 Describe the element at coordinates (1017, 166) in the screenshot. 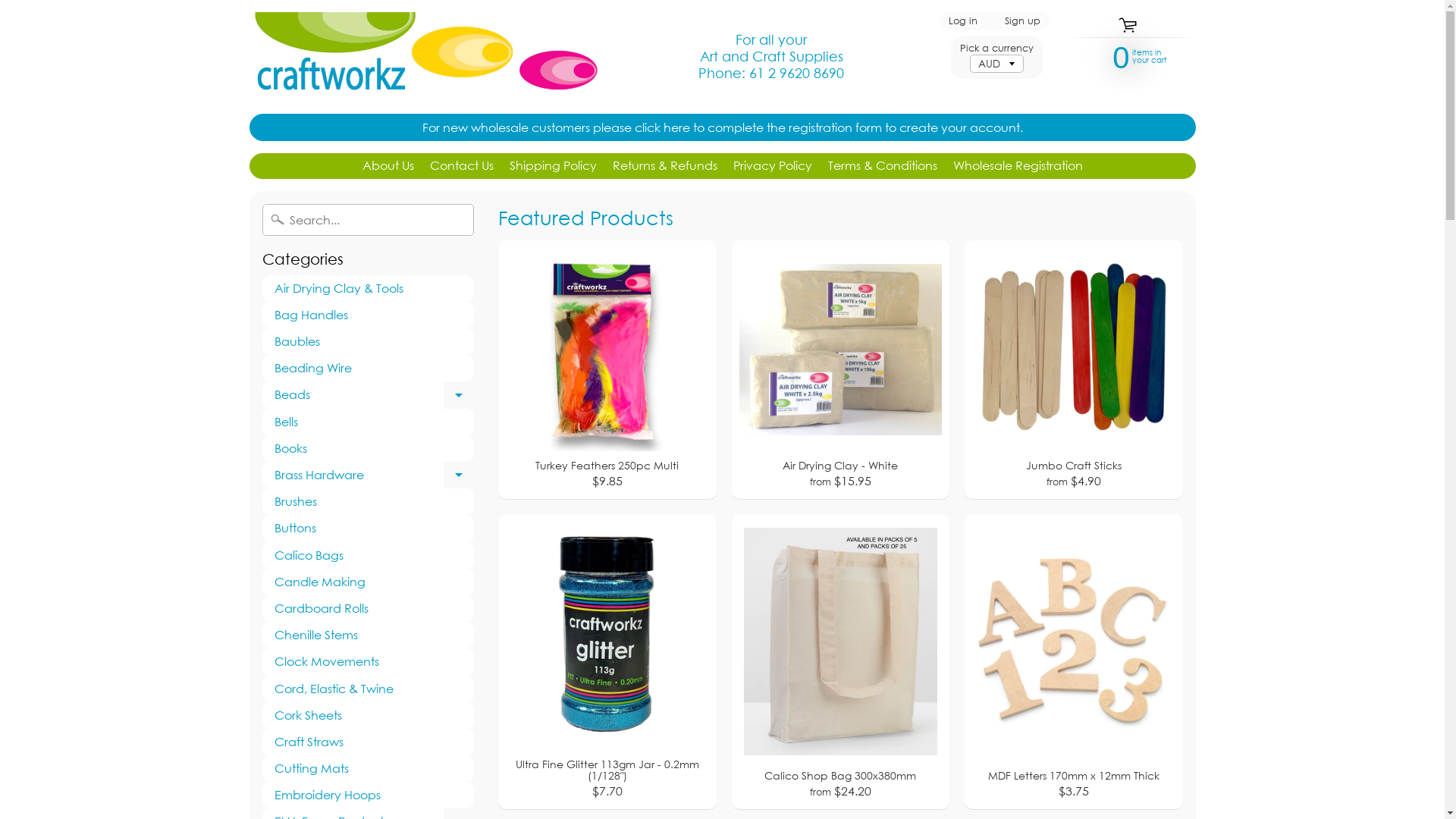

I see `'Wholesale Registration'` at that location.